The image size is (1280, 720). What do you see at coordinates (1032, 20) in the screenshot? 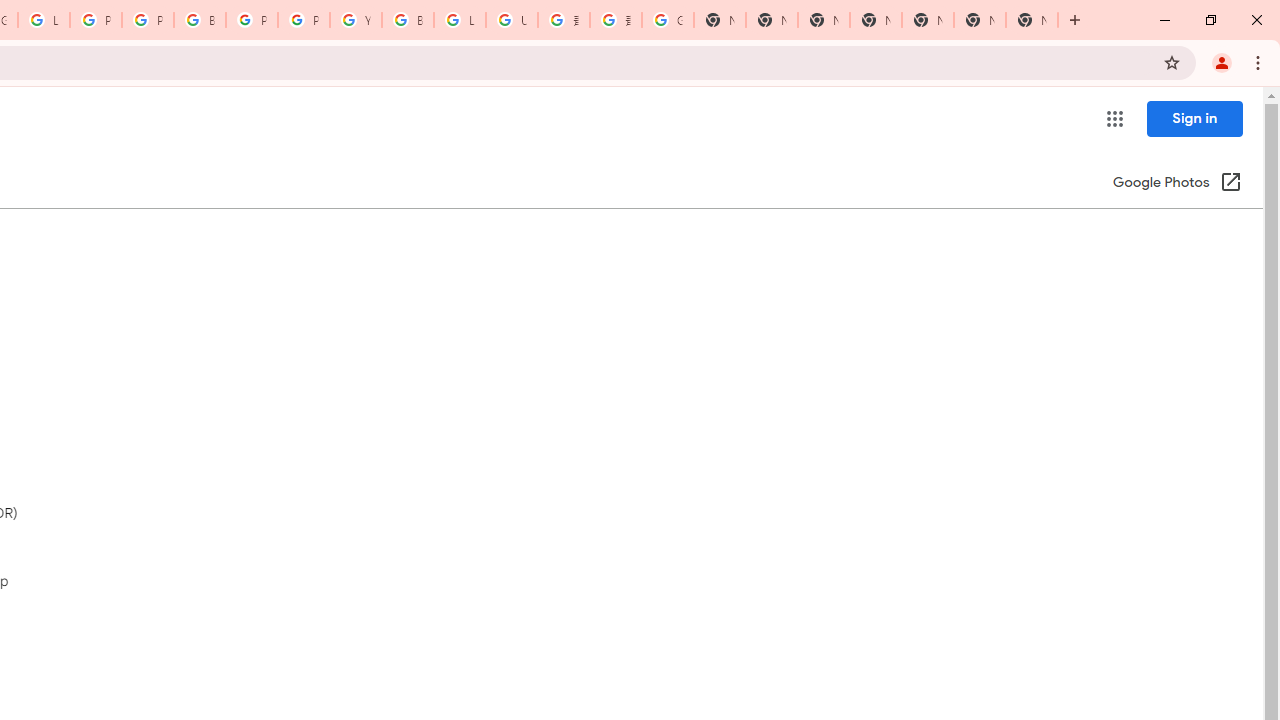
I see `'New Tab'` at bounding box center [1032, 20].